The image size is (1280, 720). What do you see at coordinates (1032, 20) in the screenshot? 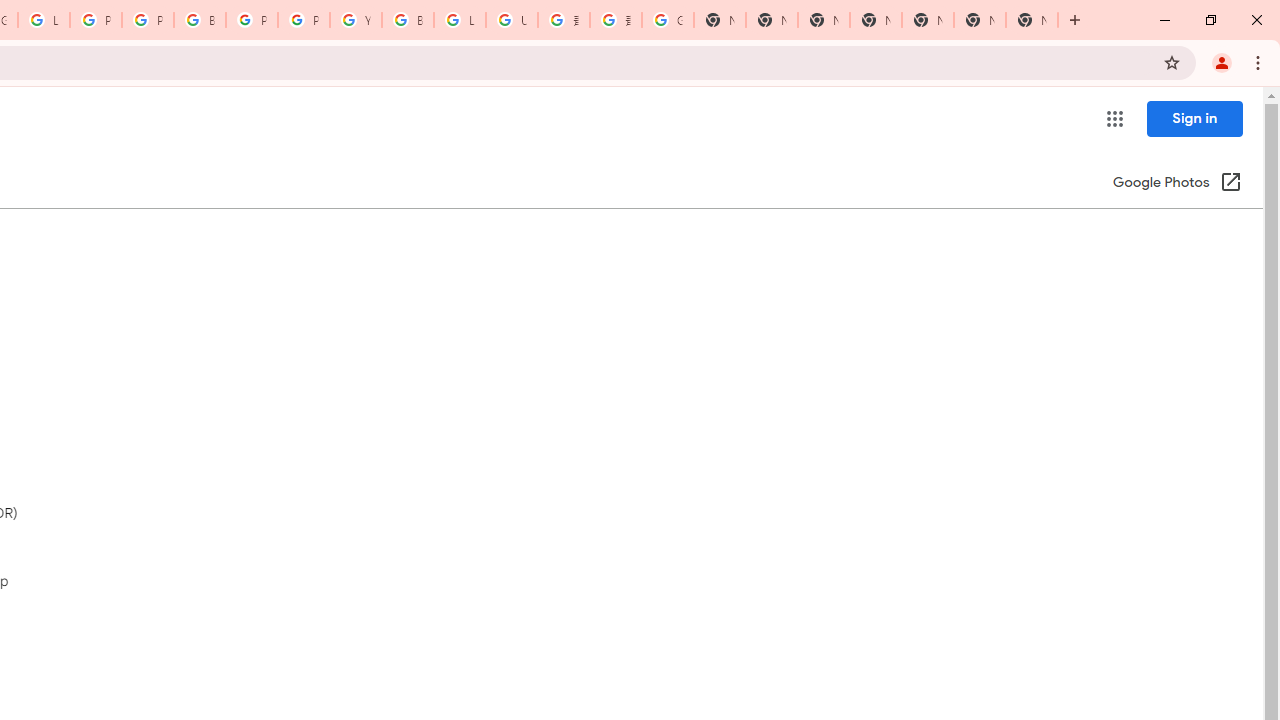
I see `'New Tab'` at bounding box center [1032, 20].